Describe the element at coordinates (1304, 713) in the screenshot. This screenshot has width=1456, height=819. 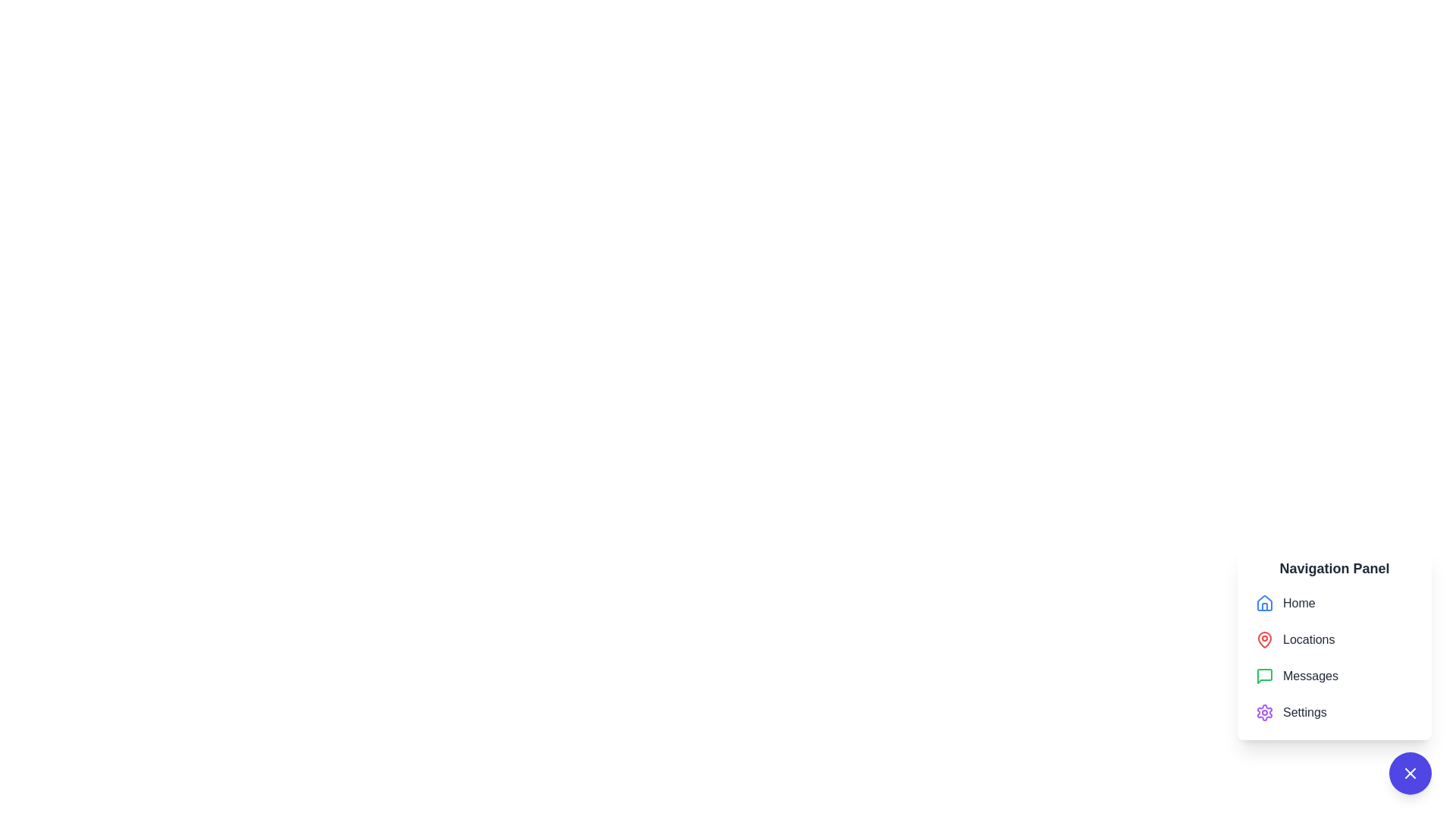
I see `the 'Settings' static text label, which is styled in gray and located at the bottom of the navigation panel next to a settings gear icon` at that location.